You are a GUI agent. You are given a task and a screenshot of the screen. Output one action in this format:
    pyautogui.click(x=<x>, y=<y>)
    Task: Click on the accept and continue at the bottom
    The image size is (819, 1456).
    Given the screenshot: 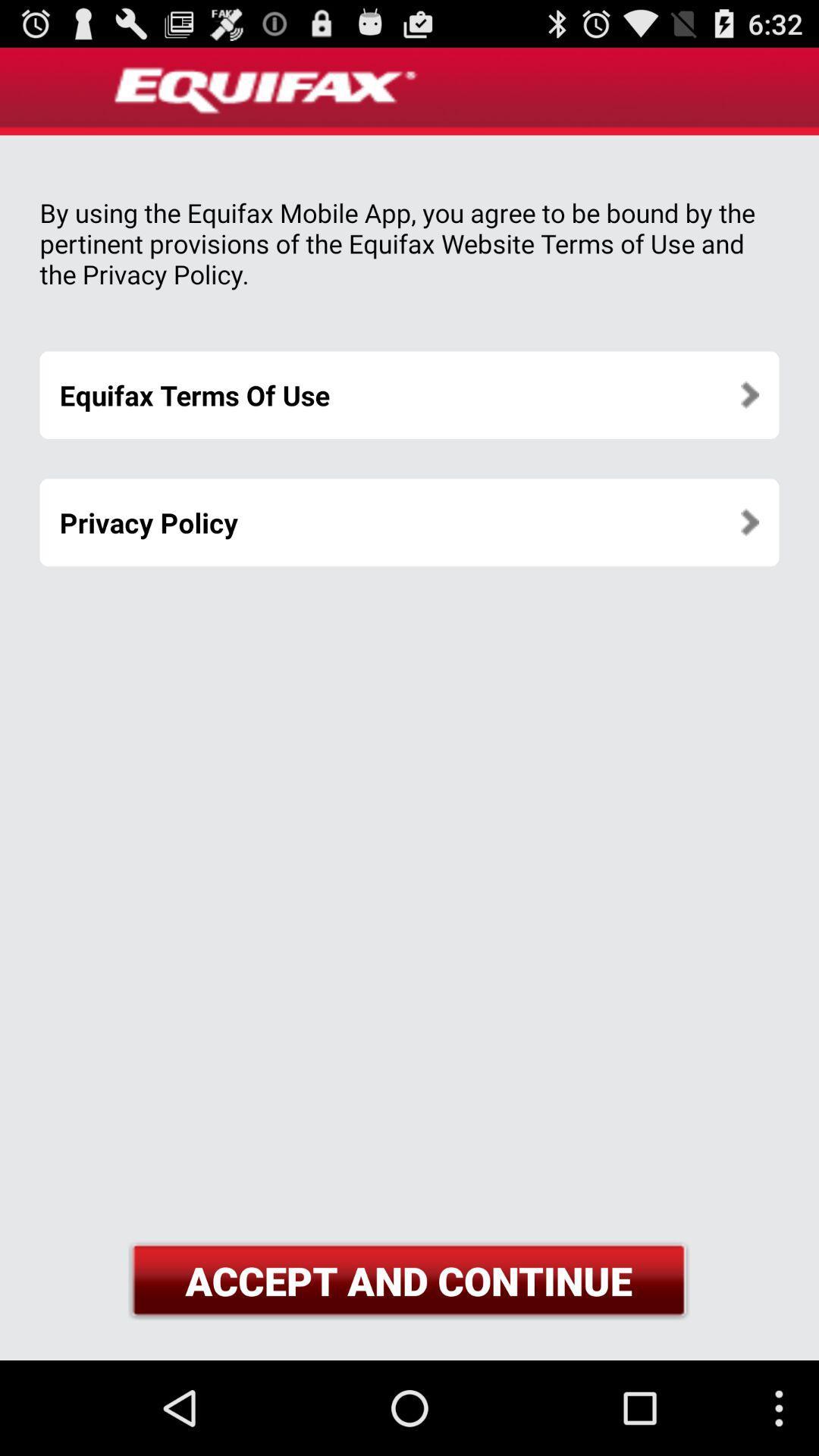 What is the action you would take?
    pyautogui.click(x=408, y=1280)
    